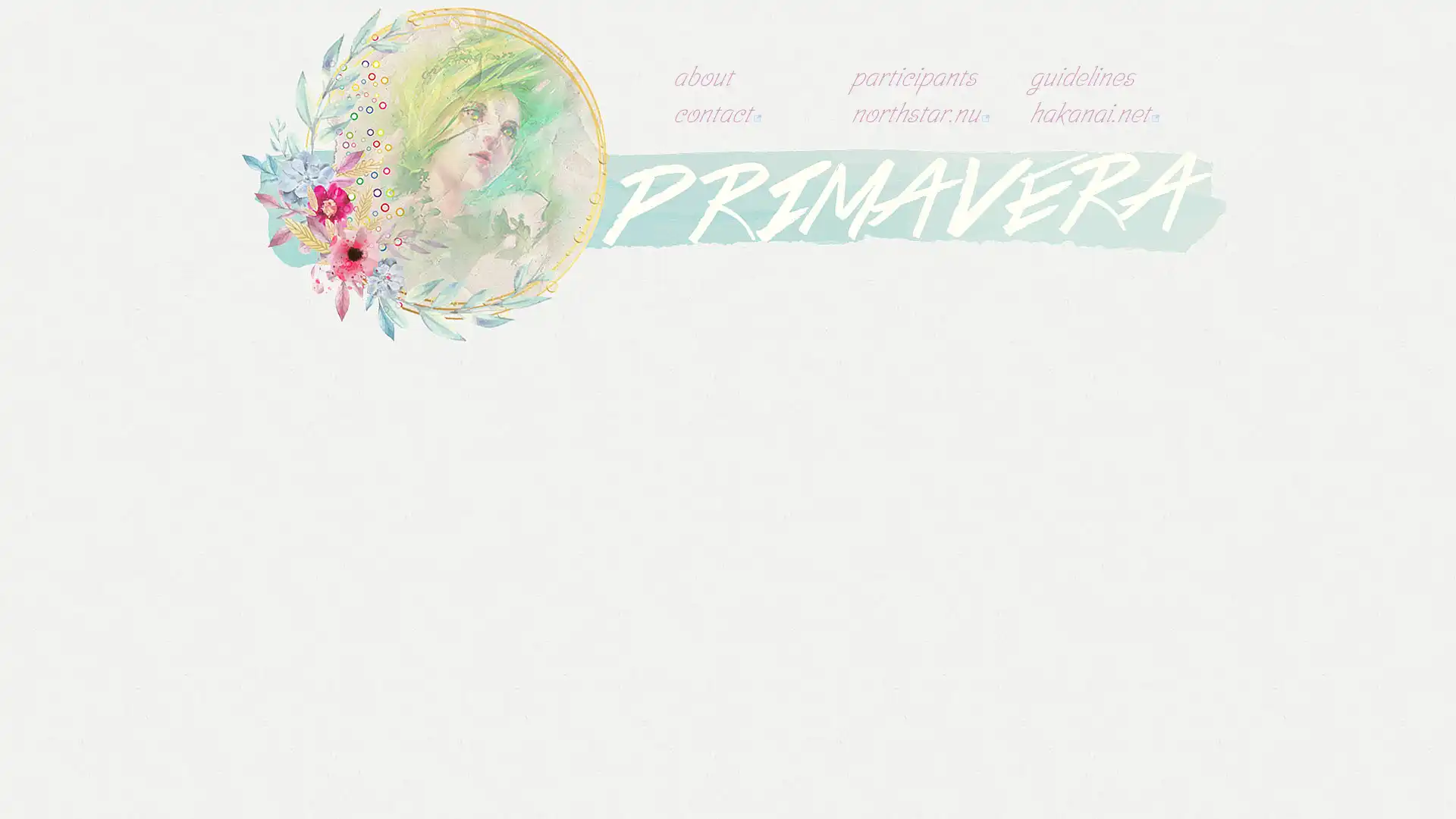  Describe the element at coordinates (1081, 76) in the screenshot. I see `guidelines` at that location.